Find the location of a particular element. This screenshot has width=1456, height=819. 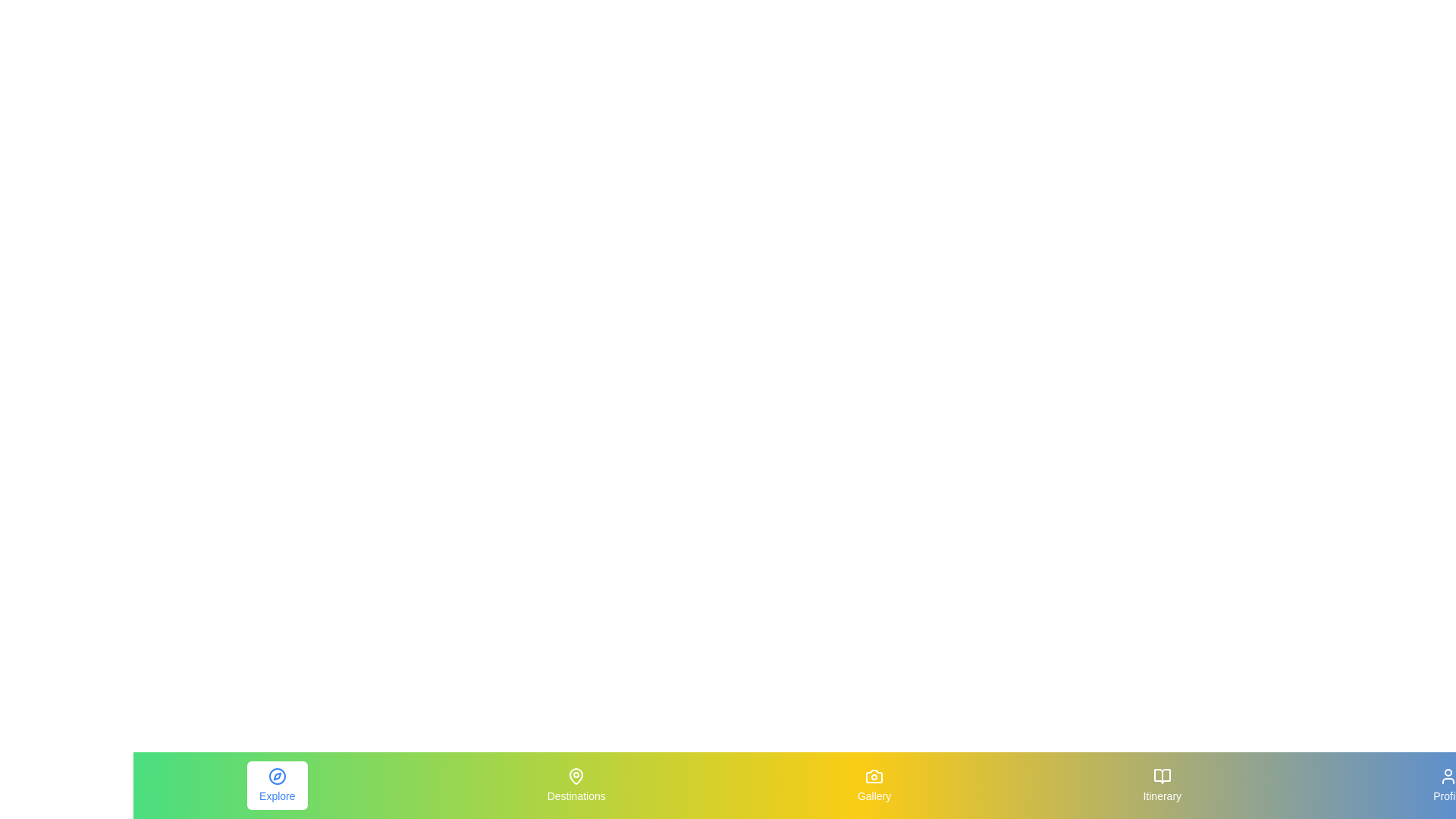

the Profile tab by clicking on its respective icon or label is located at coordinates (1448, 785).